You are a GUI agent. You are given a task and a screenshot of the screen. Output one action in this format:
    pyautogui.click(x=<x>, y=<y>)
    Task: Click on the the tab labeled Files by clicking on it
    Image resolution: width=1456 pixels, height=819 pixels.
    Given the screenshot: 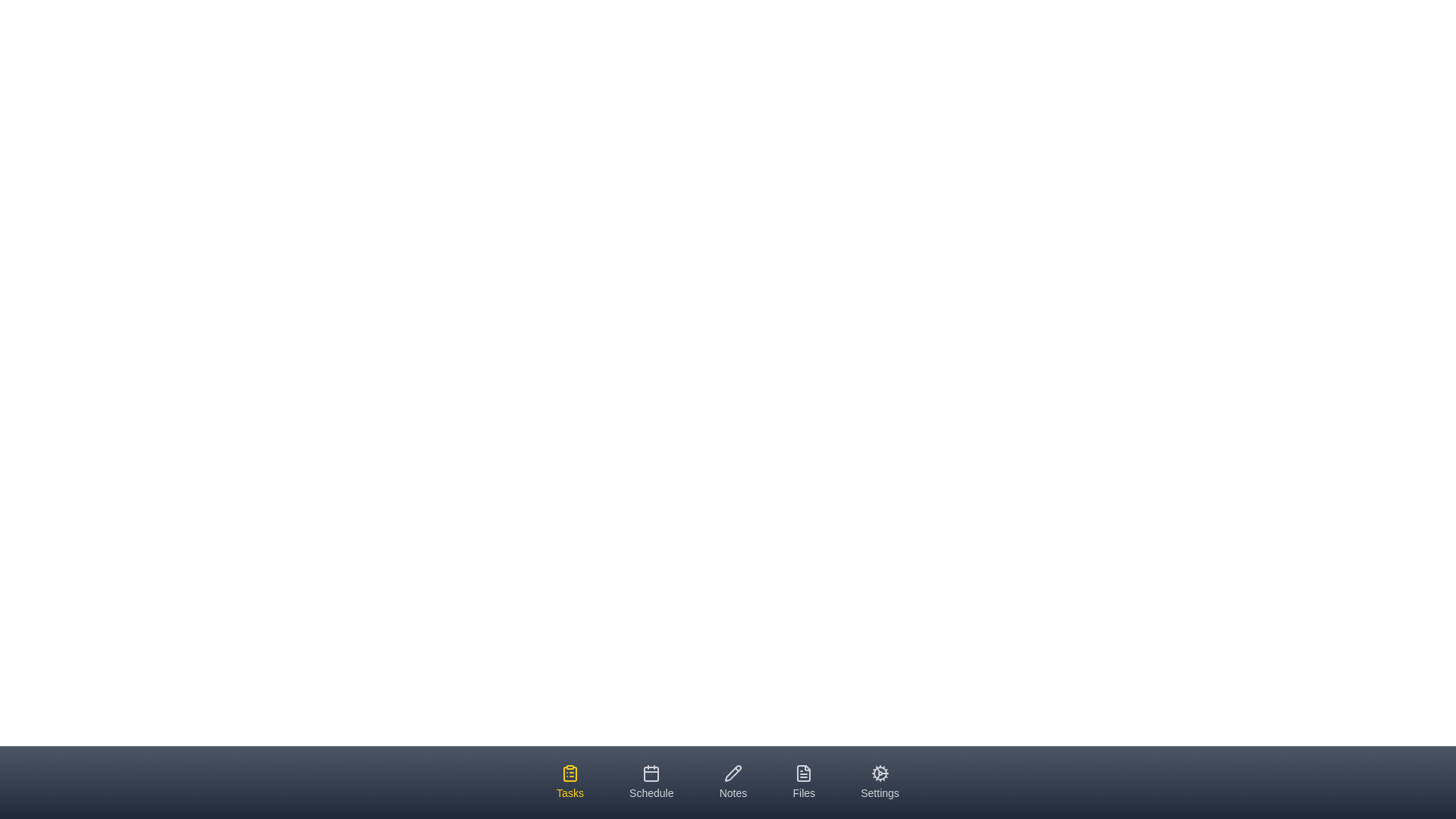 What is the action you would take?
    pyautogui.click(x=803, y=783)
    